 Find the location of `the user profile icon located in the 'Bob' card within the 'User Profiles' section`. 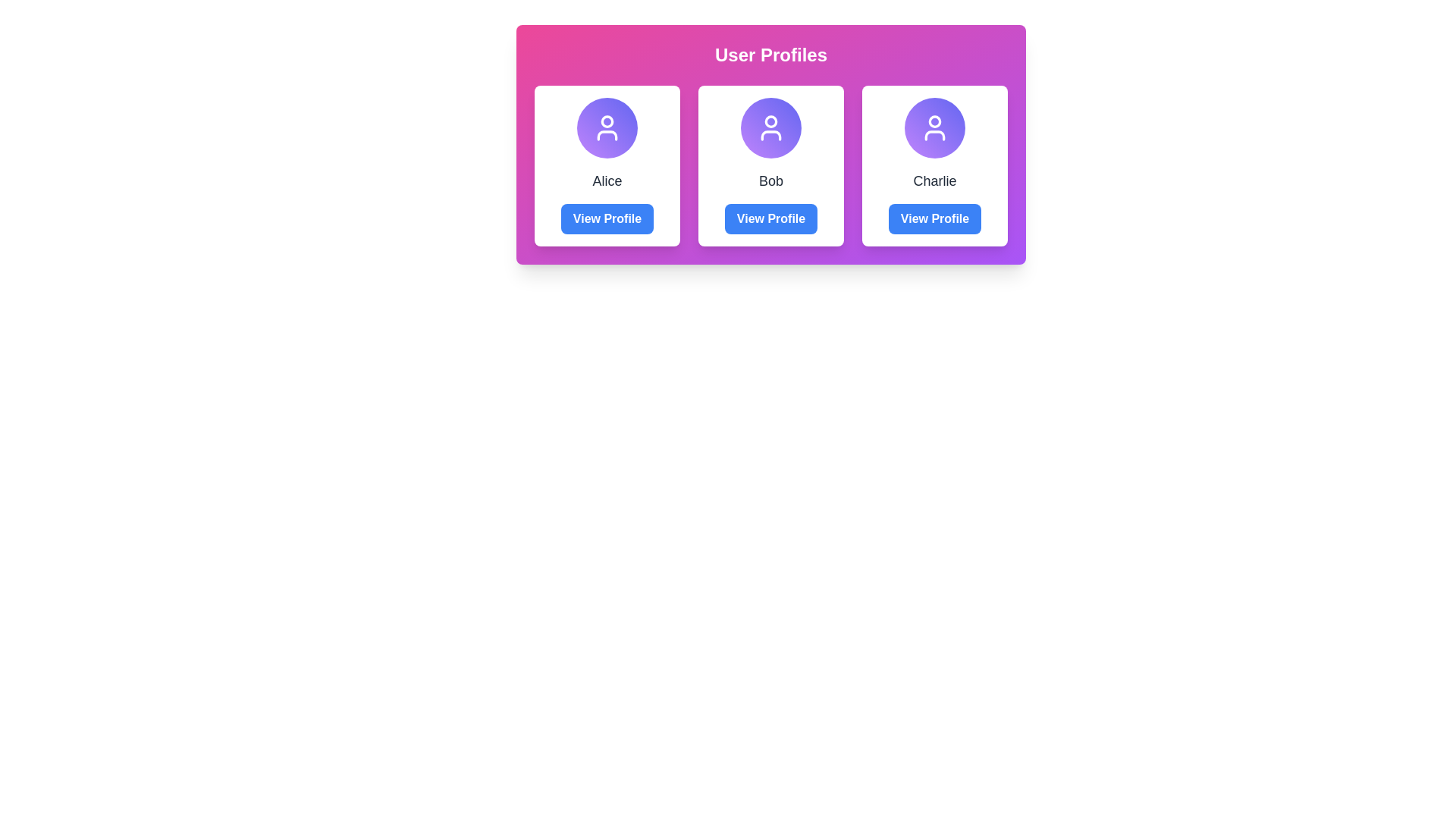

the user profile icon located in the 'Bob' card within the 'User Profiles' section is located at coordinates (771, 120).